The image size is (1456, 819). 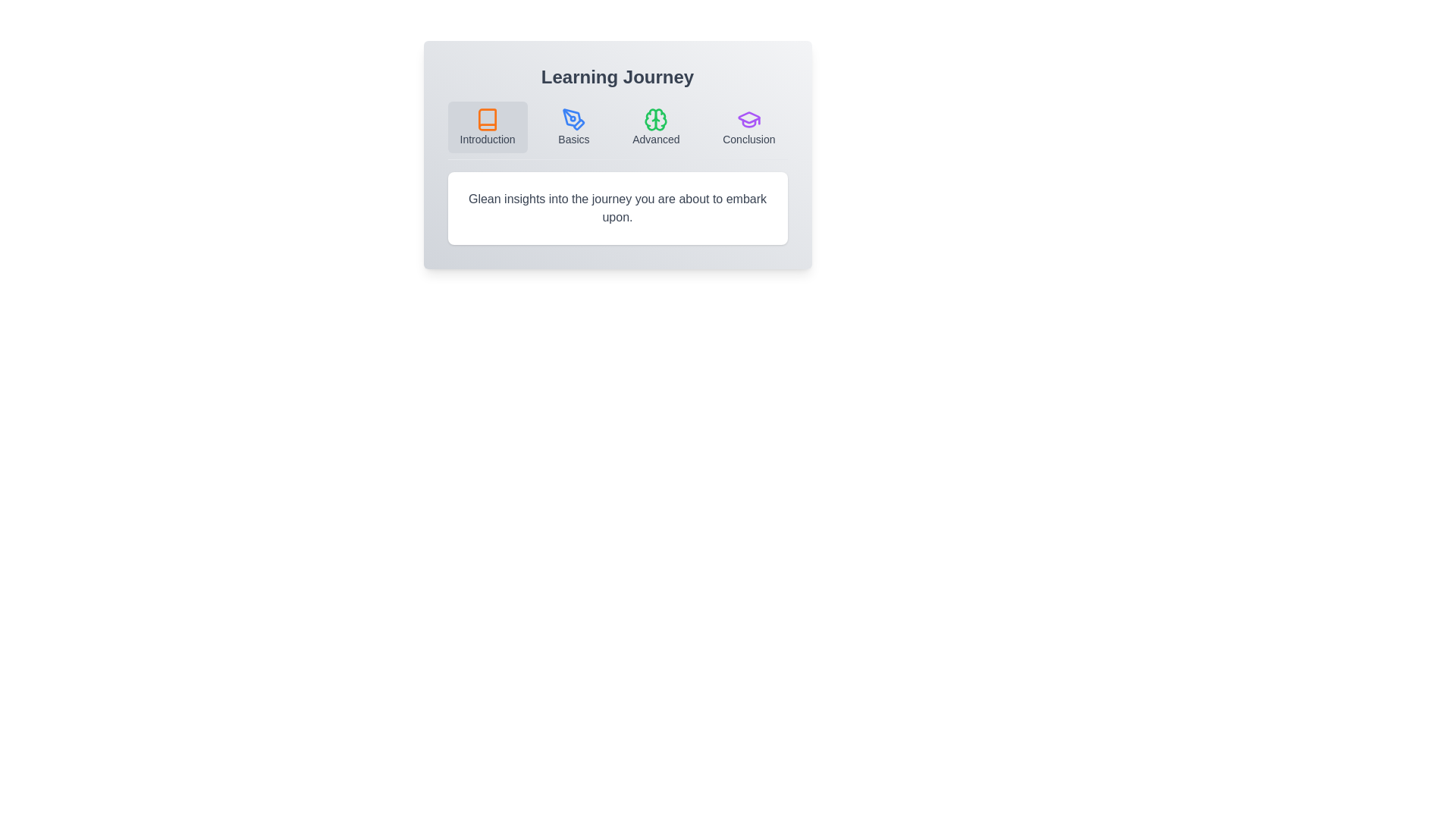 What do you see at coordinates (655, 127) in the screenshot?
I see `the Advanced button to view its content` at bounding box center [655, 127].